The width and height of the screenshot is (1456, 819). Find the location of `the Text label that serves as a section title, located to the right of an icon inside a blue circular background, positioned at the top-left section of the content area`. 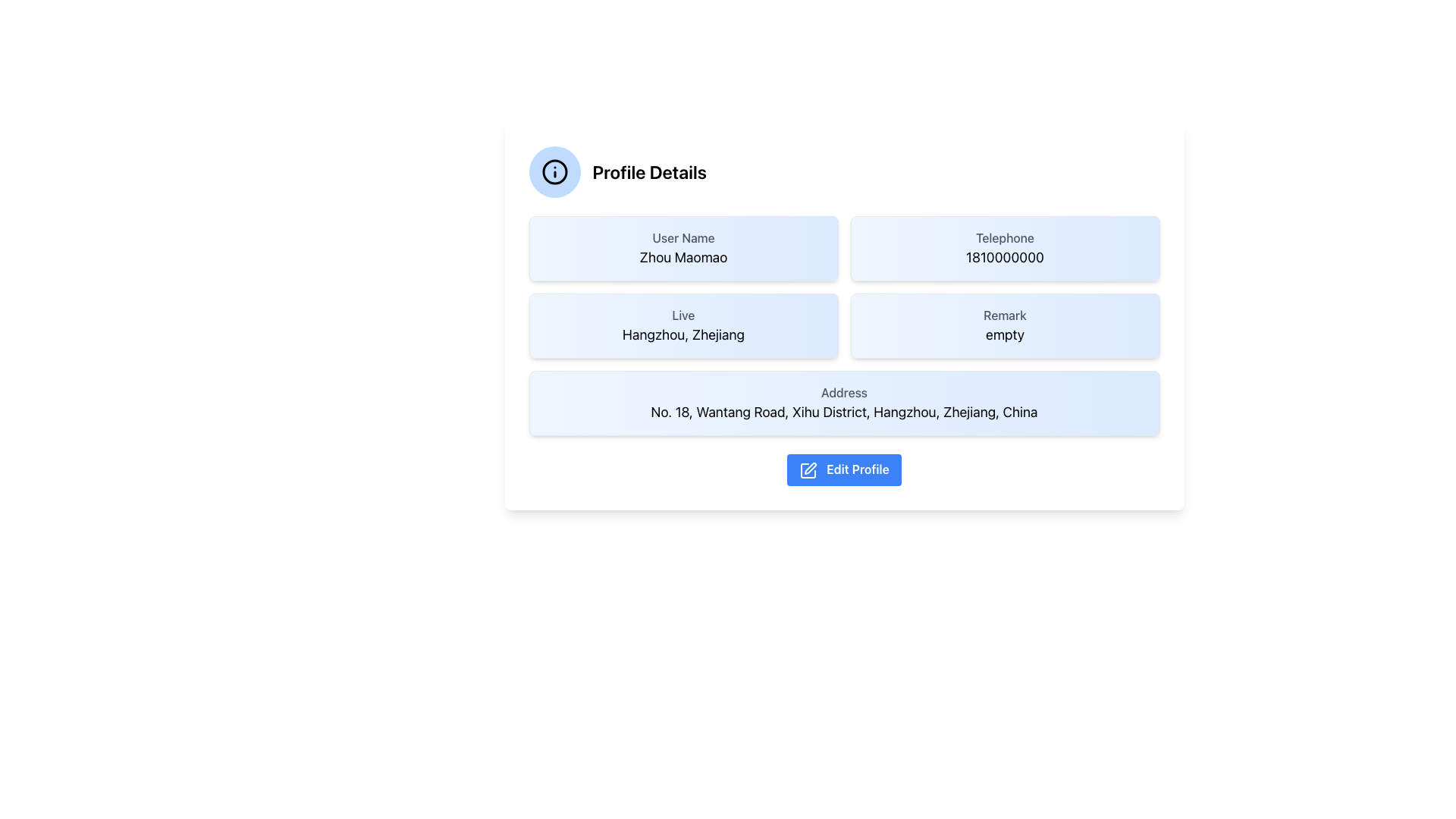

the Text label that serves as a section title, located to the right of an icon inside a blue circular background, positioned at the top-left section of the content area is located at coordinates (649, 171).